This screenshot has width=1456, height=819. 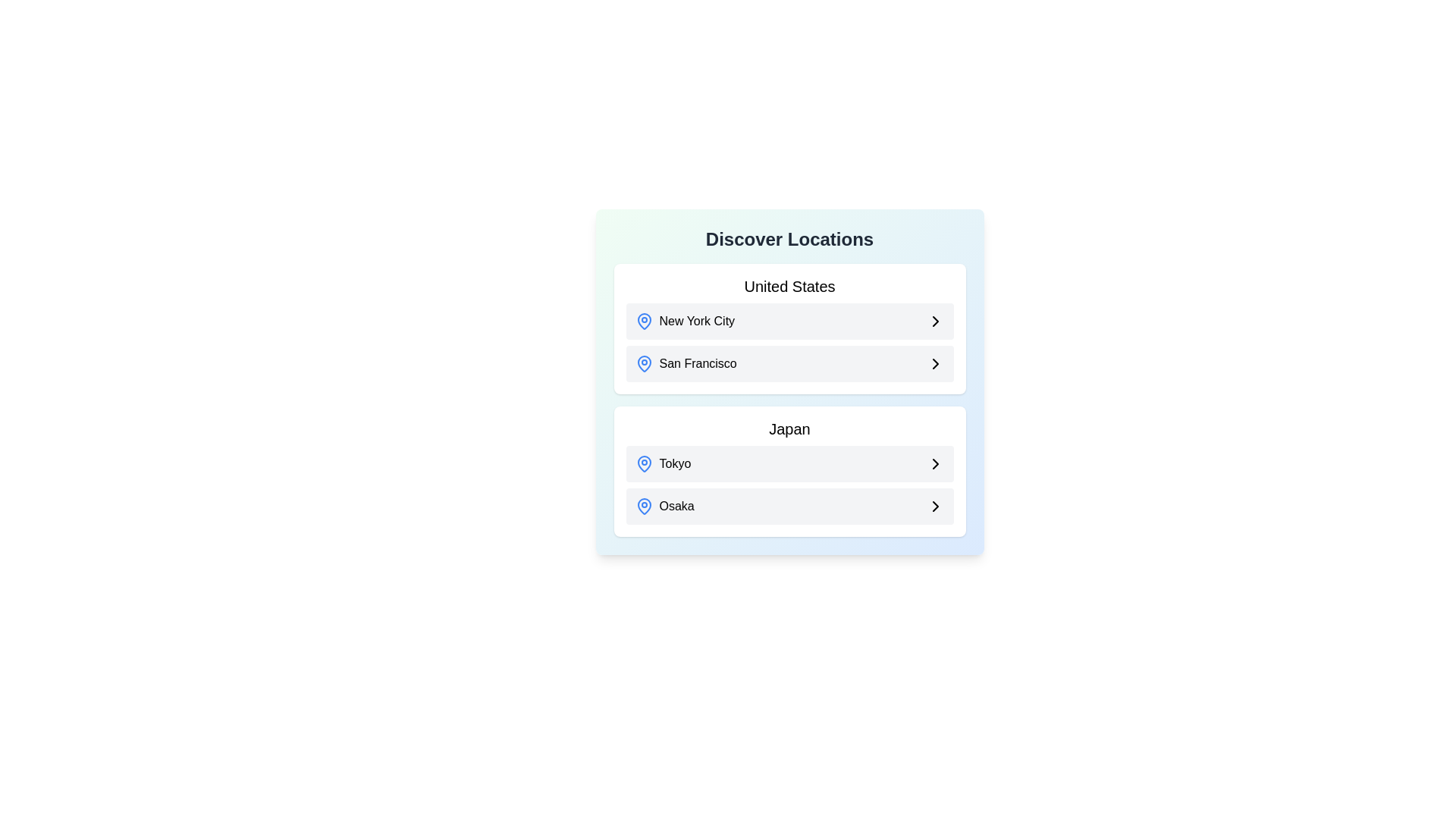 What do you see at coordinates (696, 321) in the screenshot?
I see `the 'New York City' text label in the 'Discover Locations' panel to trigger a tooltip or highlight effect` at bounding box center [696, 321].